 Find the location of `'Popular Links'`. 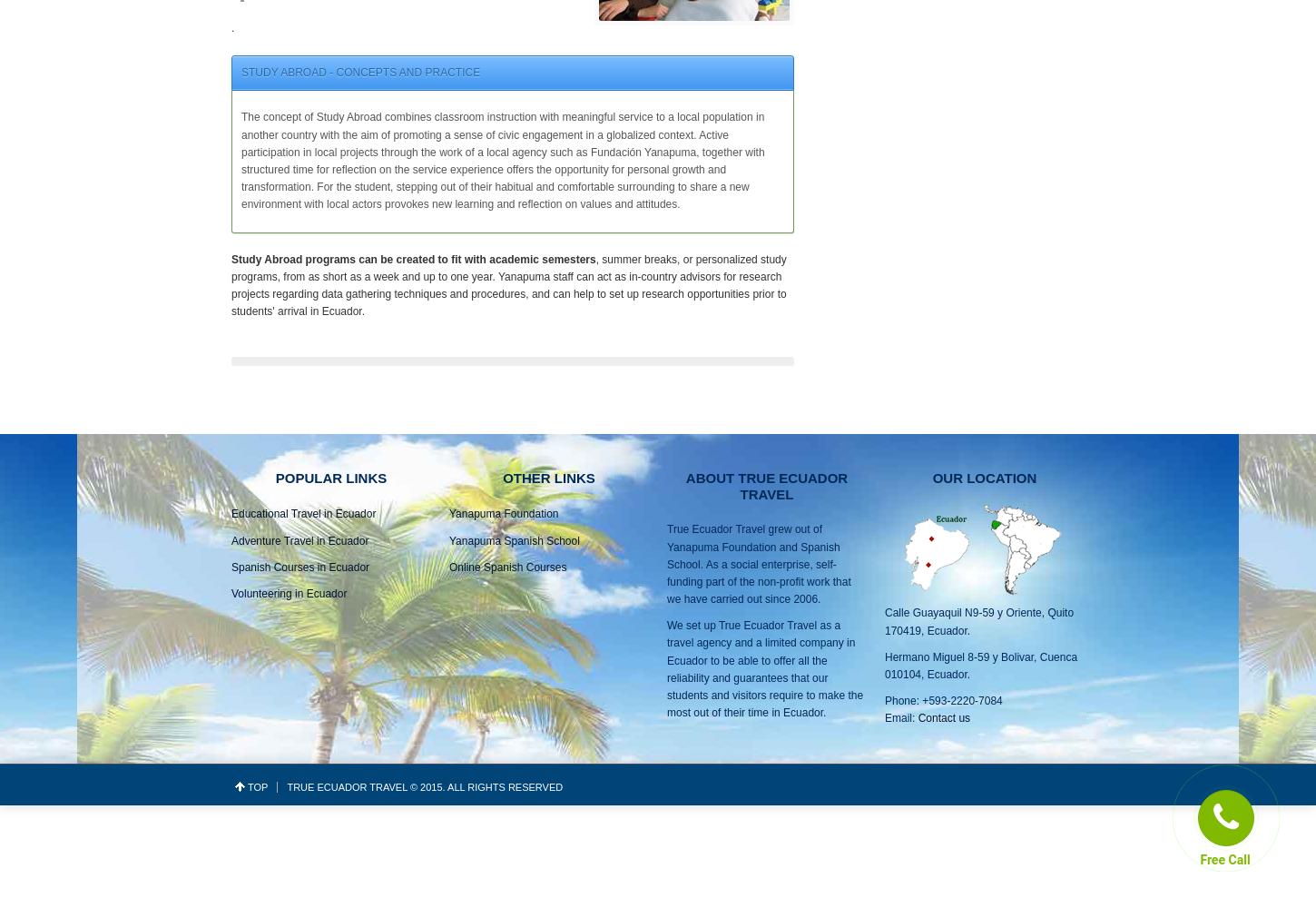

'Popular Links' is located at coordinates (329, 478).